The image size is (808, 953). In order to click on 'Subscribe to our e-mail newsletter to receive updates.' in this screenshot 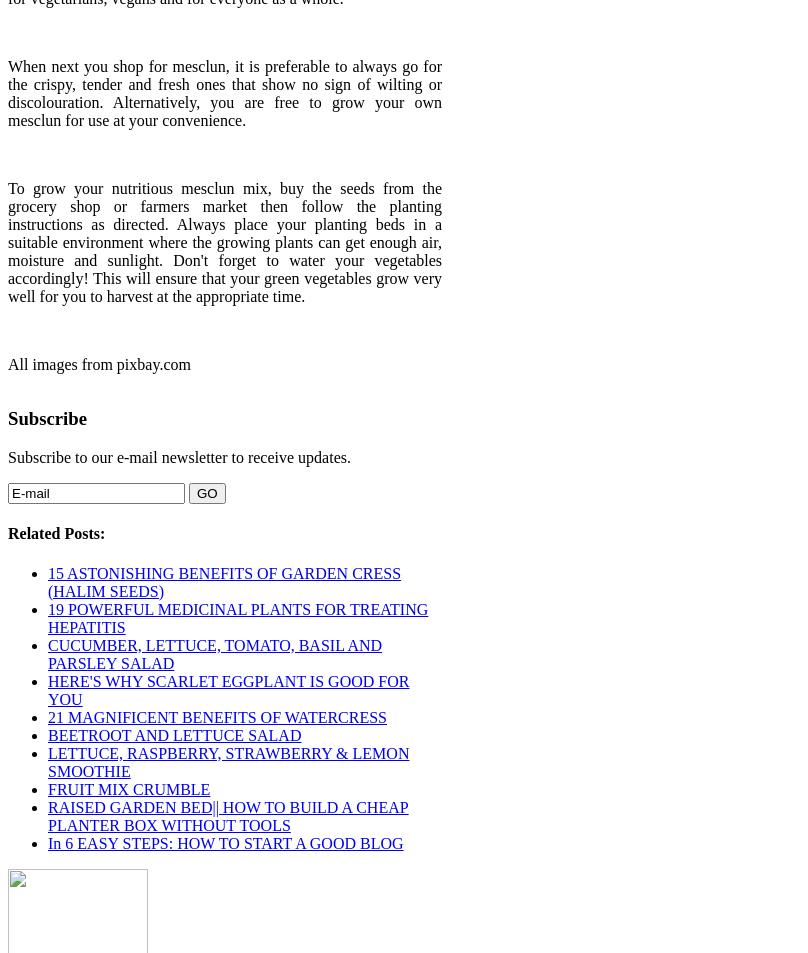, I will do `click(178, 456)`.